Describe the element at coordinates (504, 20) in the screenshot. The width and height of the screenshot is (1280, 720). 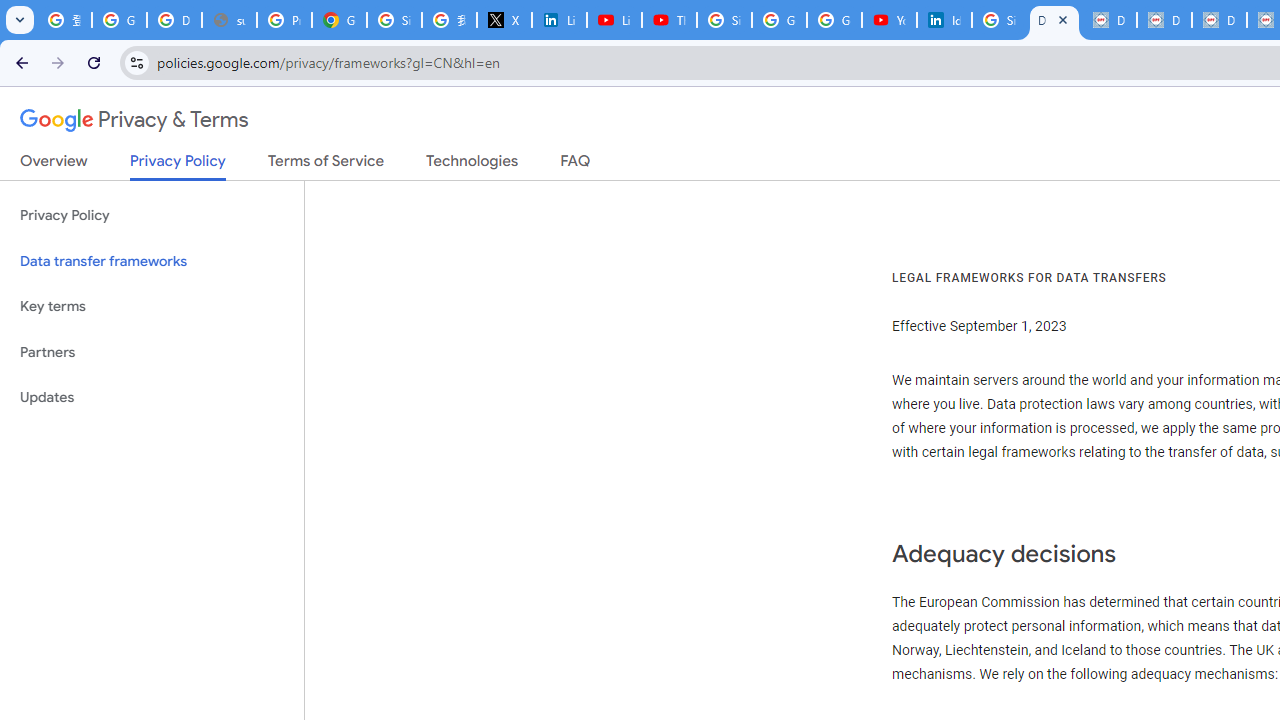
I see `'X'` at that location.